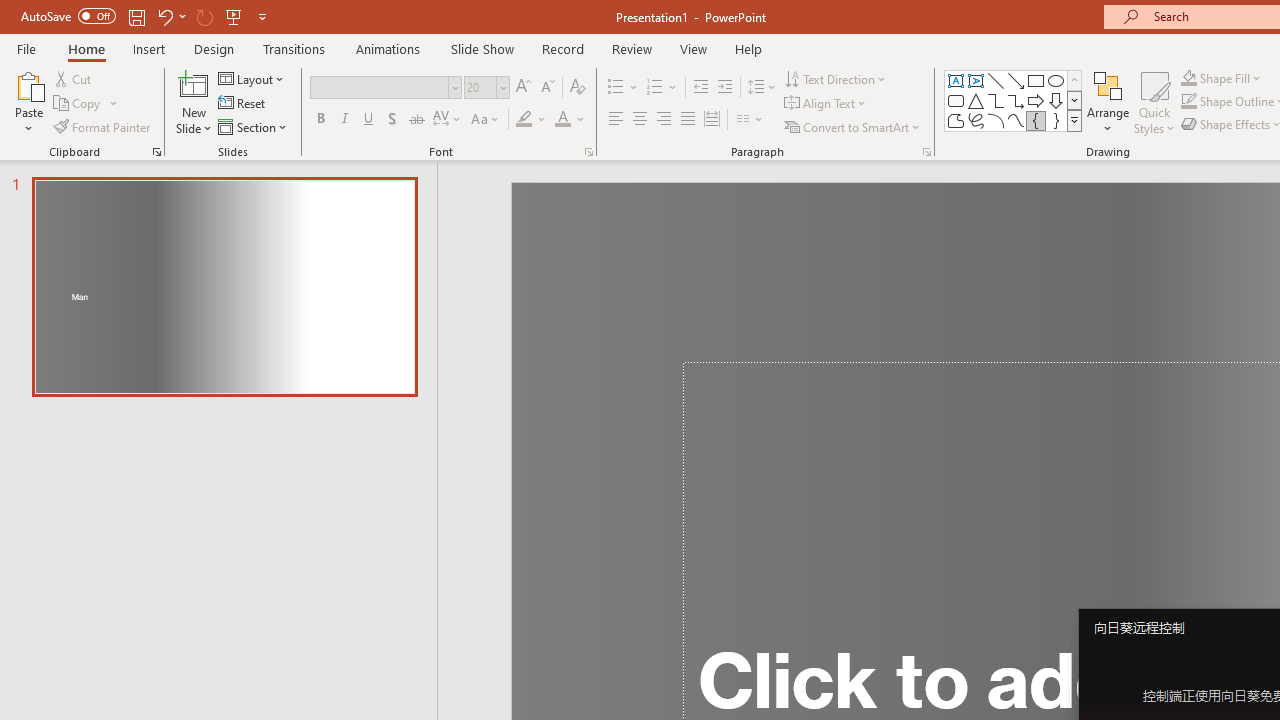  Describe the element at coordinates (1189, 101) in the screenshot. I see `'Shape Outline Blue, Accent 1'` at that location.